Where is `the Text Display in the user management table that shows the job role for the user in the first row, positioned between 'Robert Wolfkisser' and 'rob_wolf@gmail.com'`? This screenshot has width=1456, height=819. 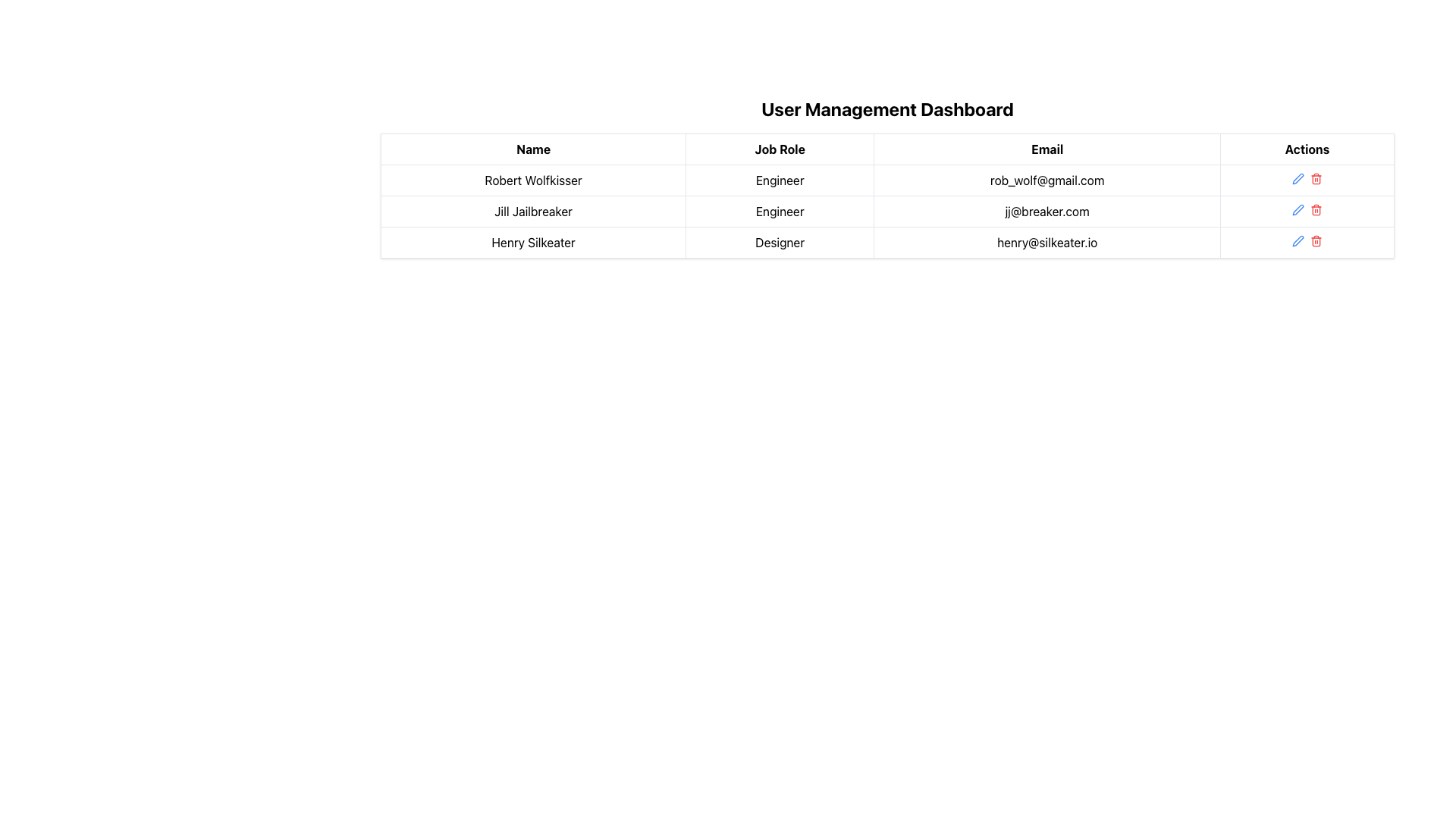 the Text Display in the user management table that shows the job role for the user in the first row, positioned between 'Robert Wolfkisser' and 'rob_wolf@gmail.com' is located at coordinates (780, 180).